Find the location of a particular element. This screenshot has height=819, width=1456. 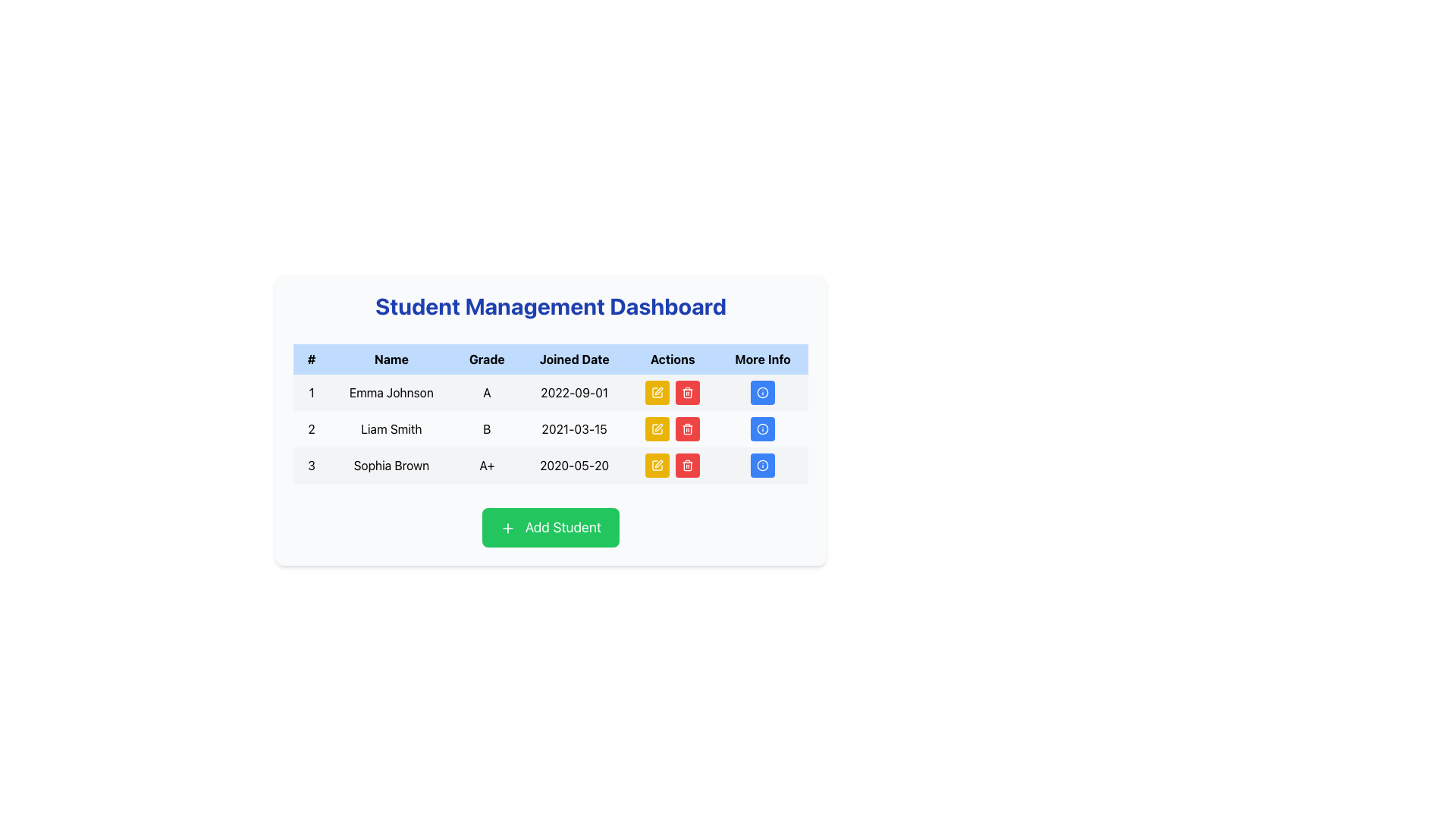

the yellow 'Edit' button with a pen icon located in the Actions column of the third row associated with Sophia Brown is located at coordinates (672, 464).